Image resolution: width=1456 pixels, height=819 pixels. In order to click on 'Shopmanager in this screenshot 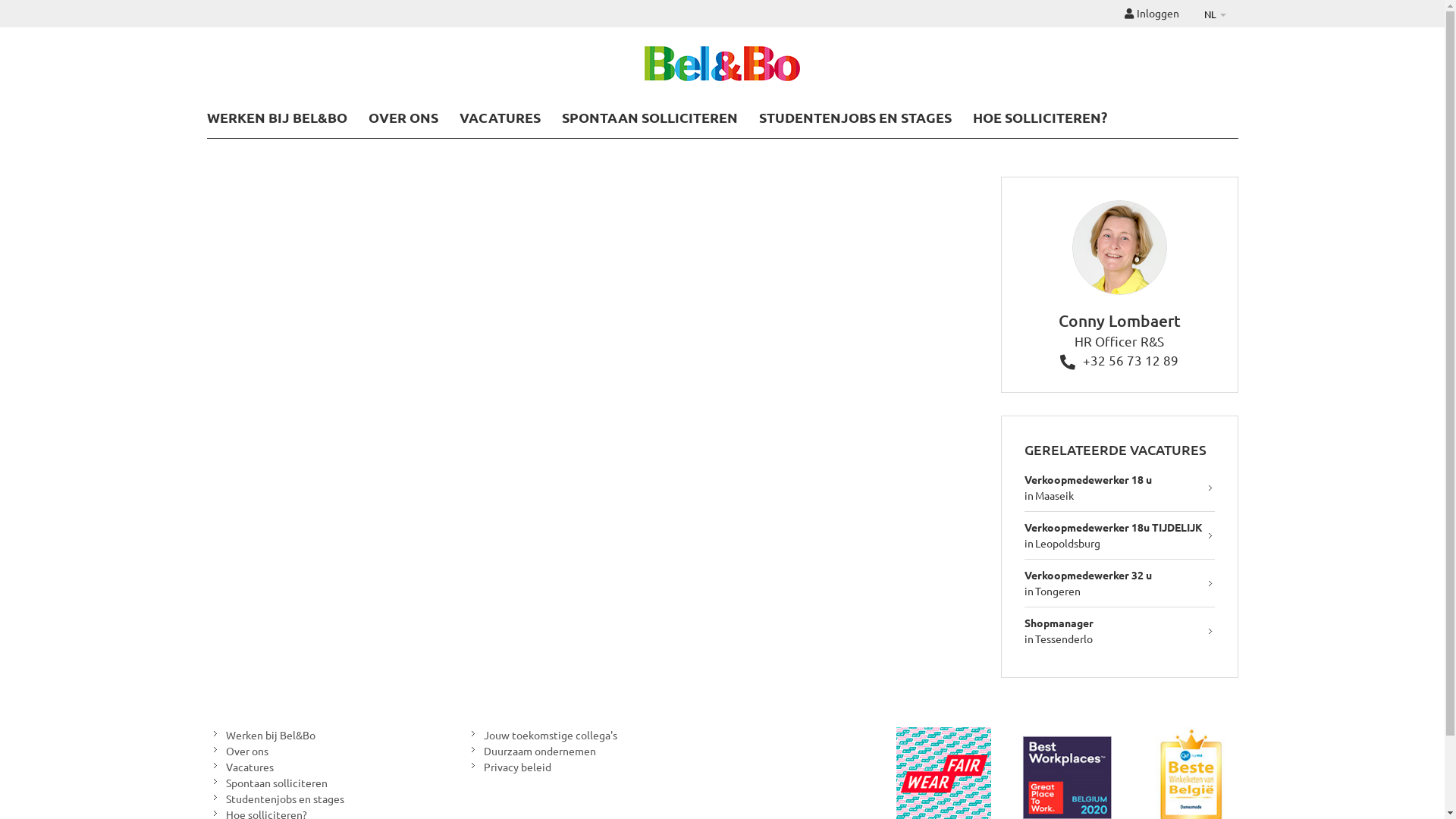, I will do `click(1119, 631)`.